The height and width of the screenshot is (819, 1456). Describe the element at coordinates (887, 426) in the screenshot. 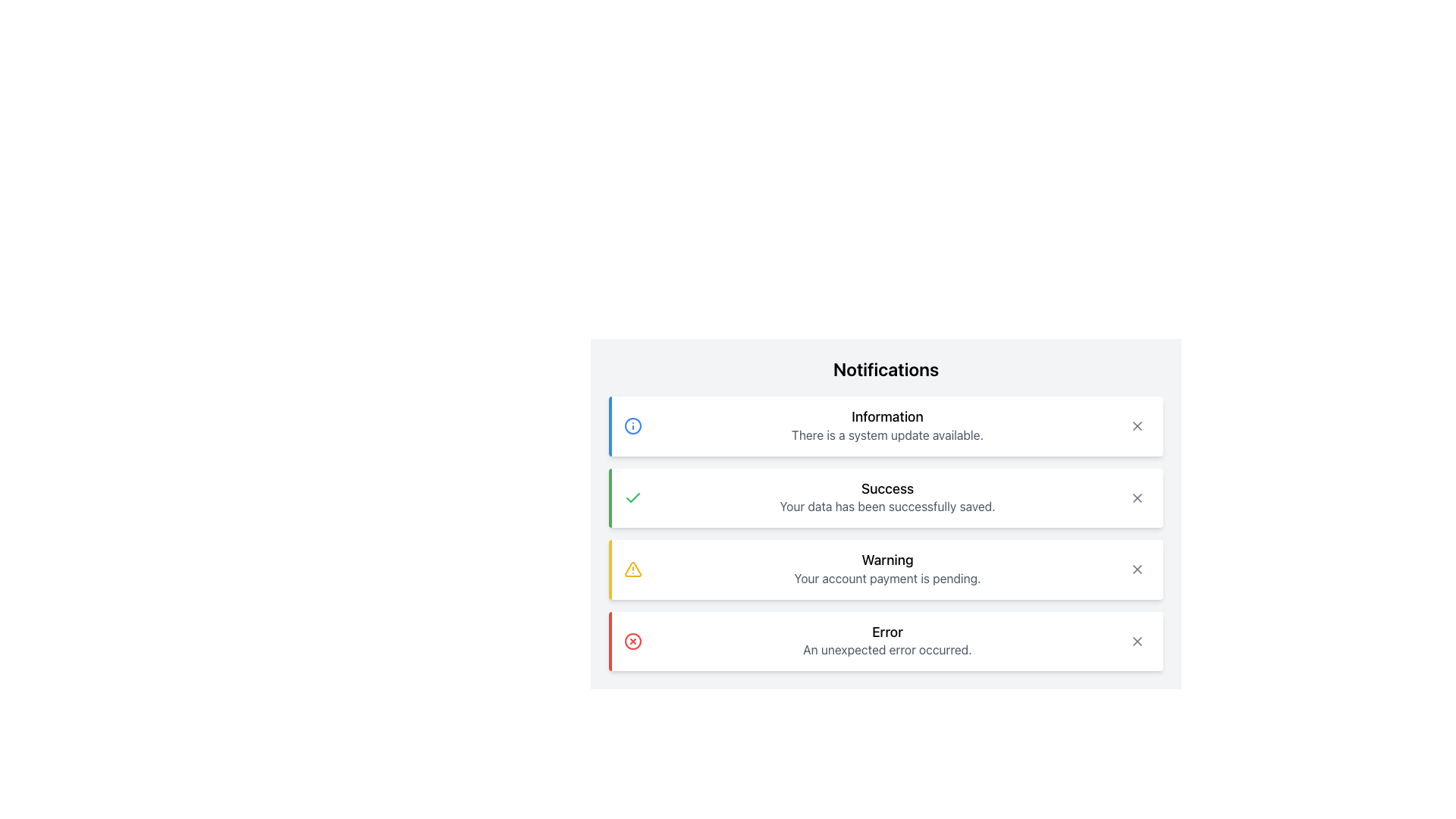

I see `the 'Information' text block that contains a bolded title and a subtitle indicating a system update, located near the top of the notification list` at that location.